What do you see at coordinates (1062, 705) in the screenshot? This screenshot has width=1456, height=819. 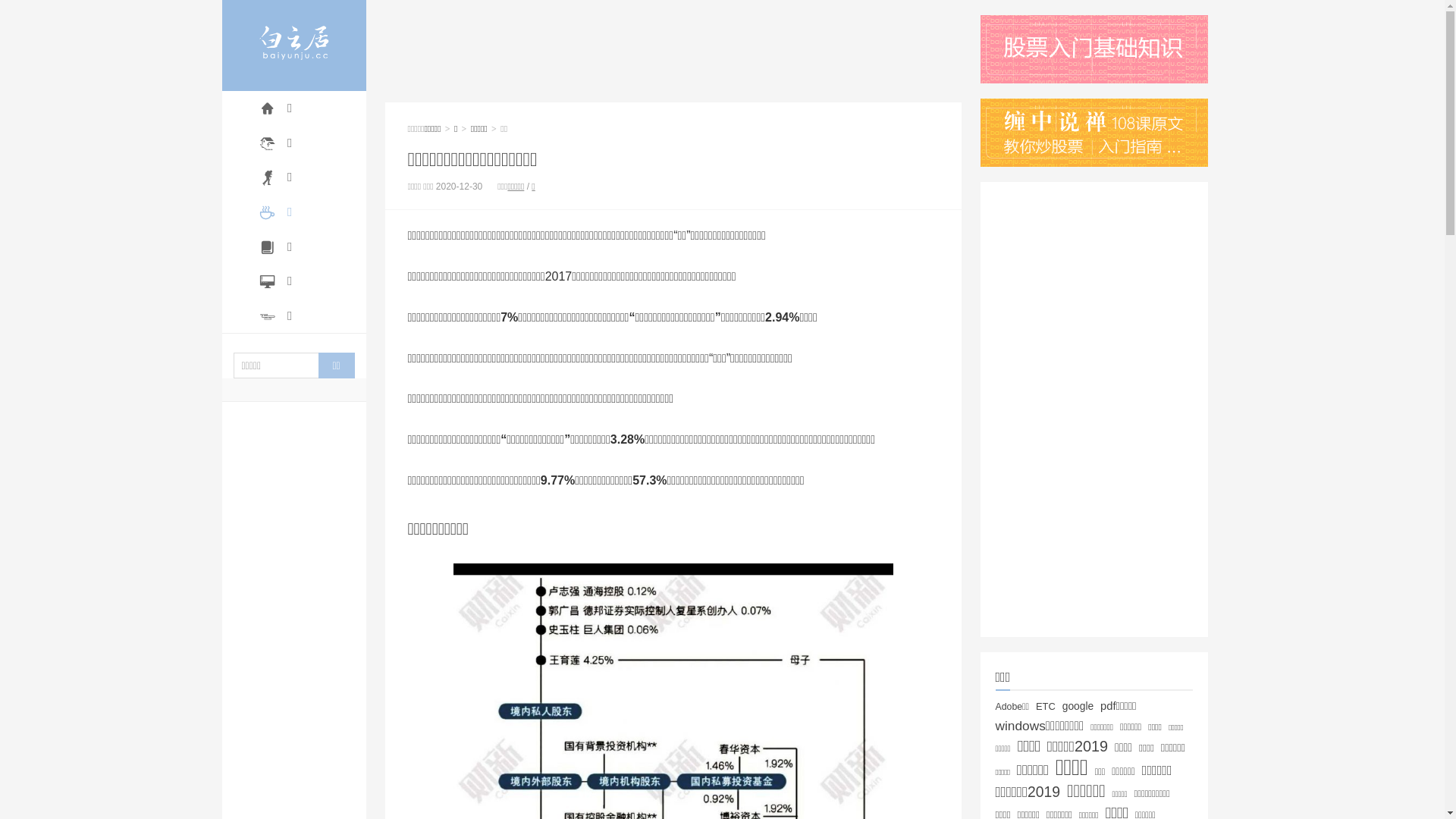 I see `'google'` at bounding box center [1062, 705].